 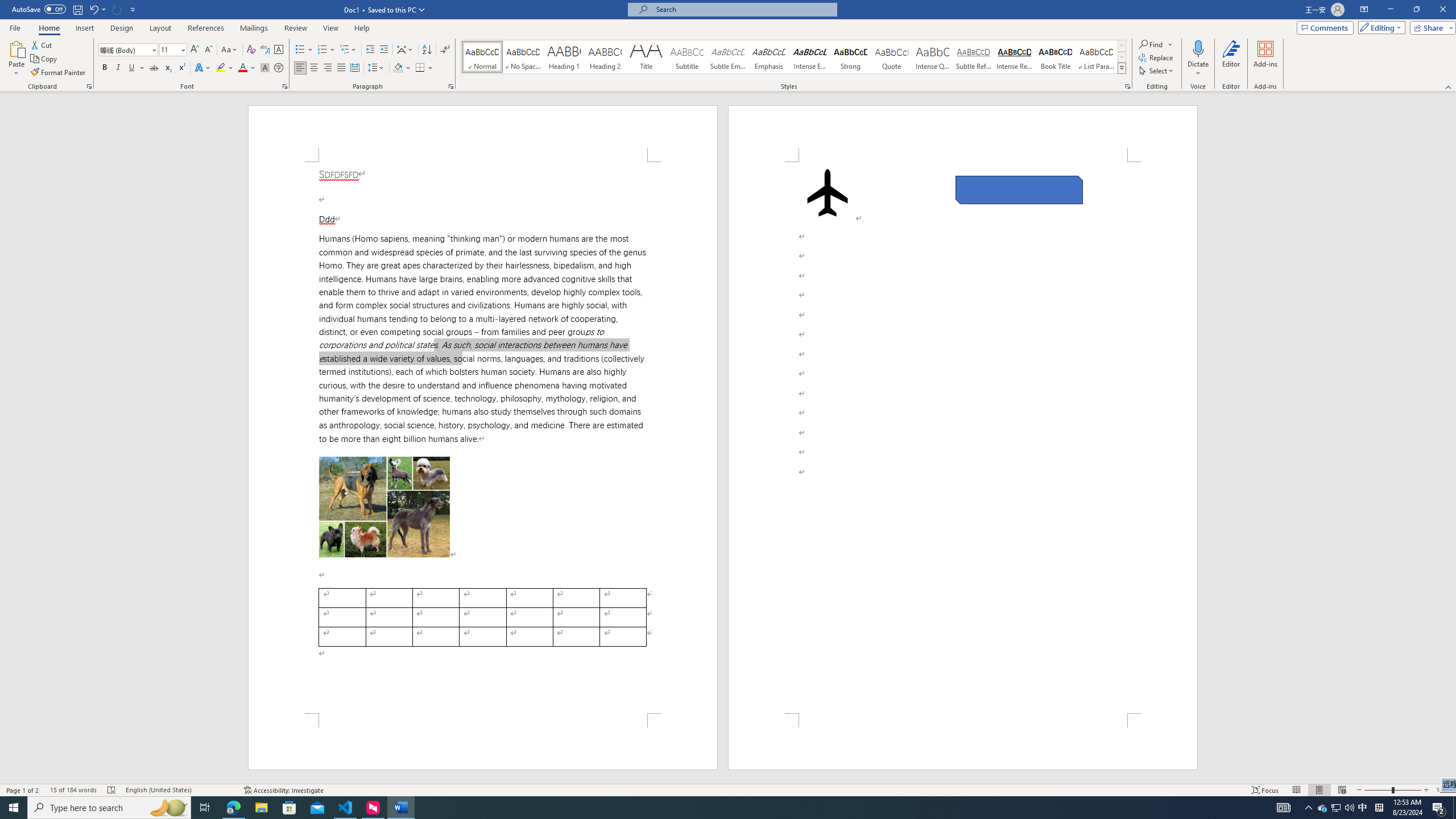 I want to click on 'Page 2 content', so click(x=962, y=437).